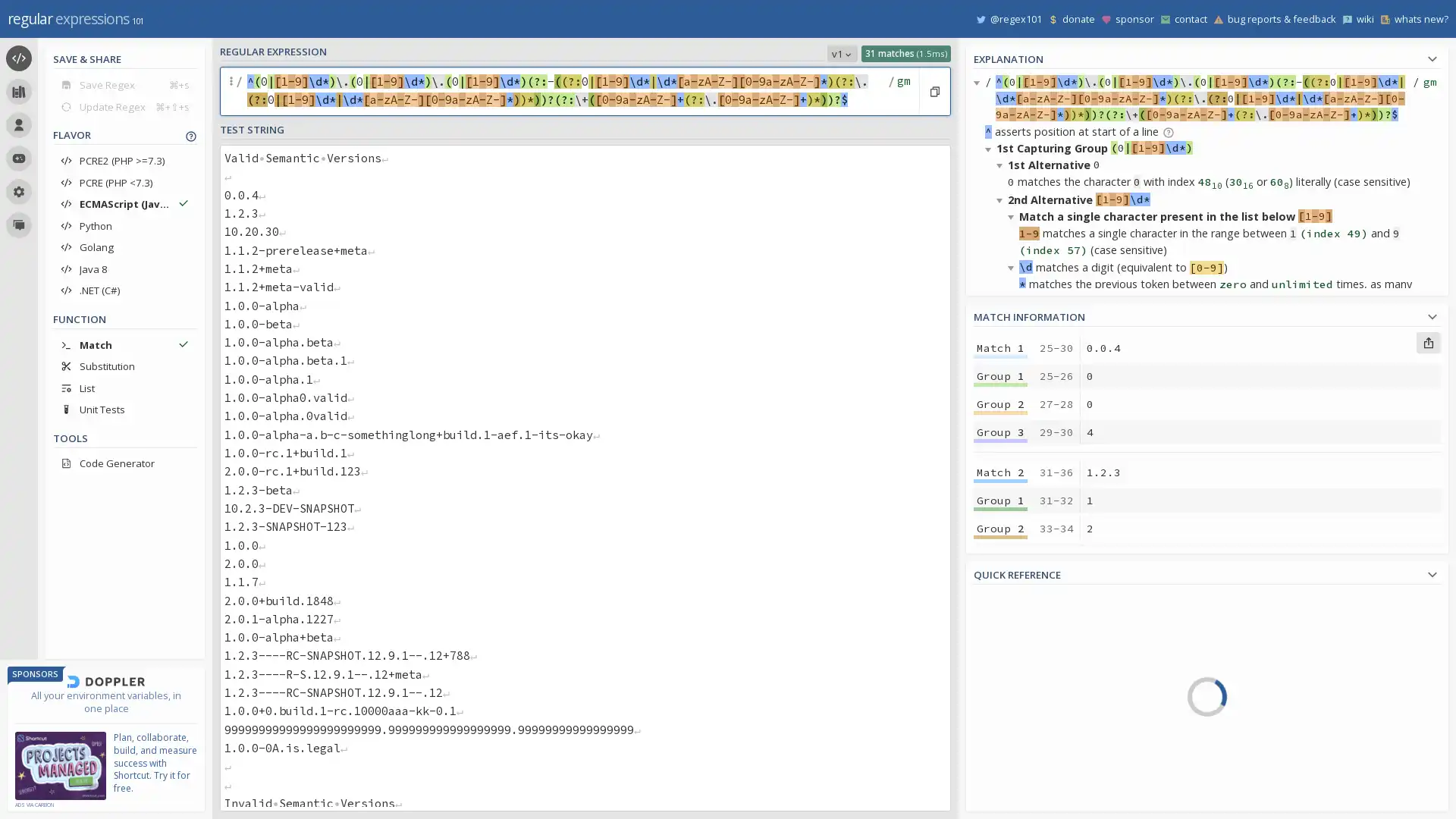 The image size is (1456, 819). What do you see at coordinates (124, 84) in the screenshot?
I see `Save Regex +s` at bounding box center [124, 84].